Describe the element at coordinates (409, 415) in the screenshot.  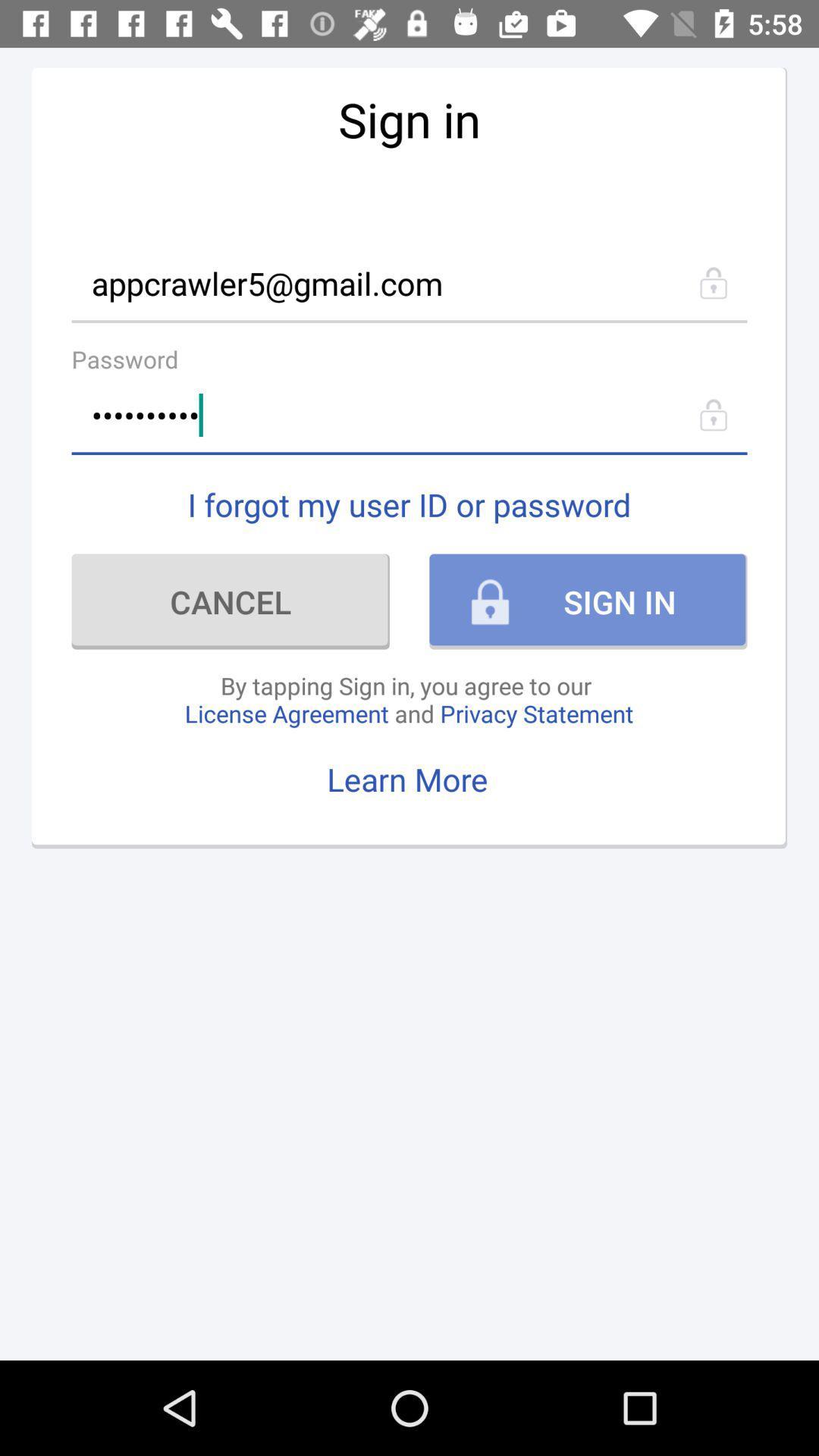
I see `crowd3116# item` at that location.